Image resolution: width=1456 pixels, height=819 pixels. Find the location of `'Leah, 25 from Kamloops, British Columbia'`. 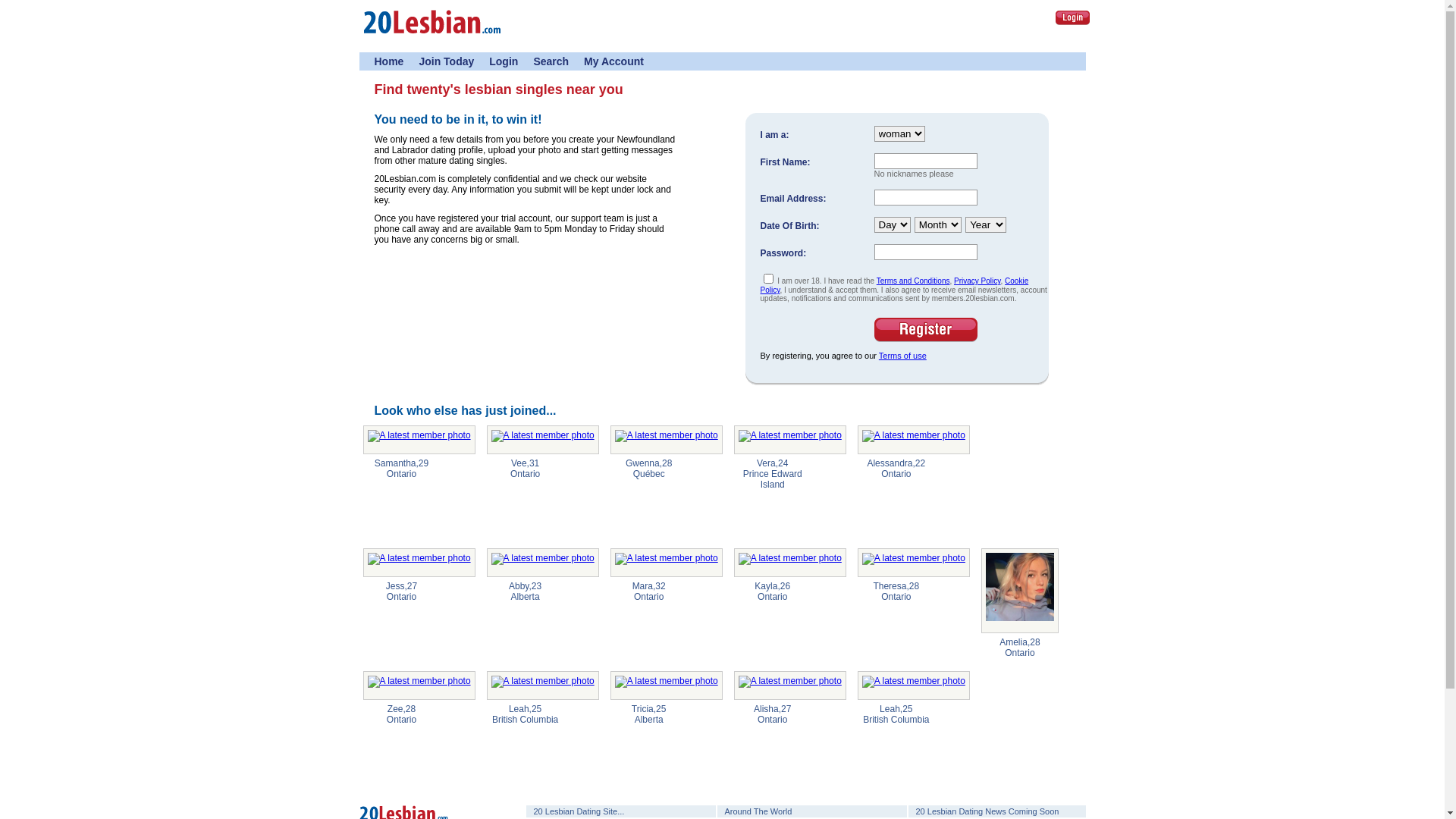

'Leah, 25 from Kamloops, British Columbia' is located at coordinates (487, 685).